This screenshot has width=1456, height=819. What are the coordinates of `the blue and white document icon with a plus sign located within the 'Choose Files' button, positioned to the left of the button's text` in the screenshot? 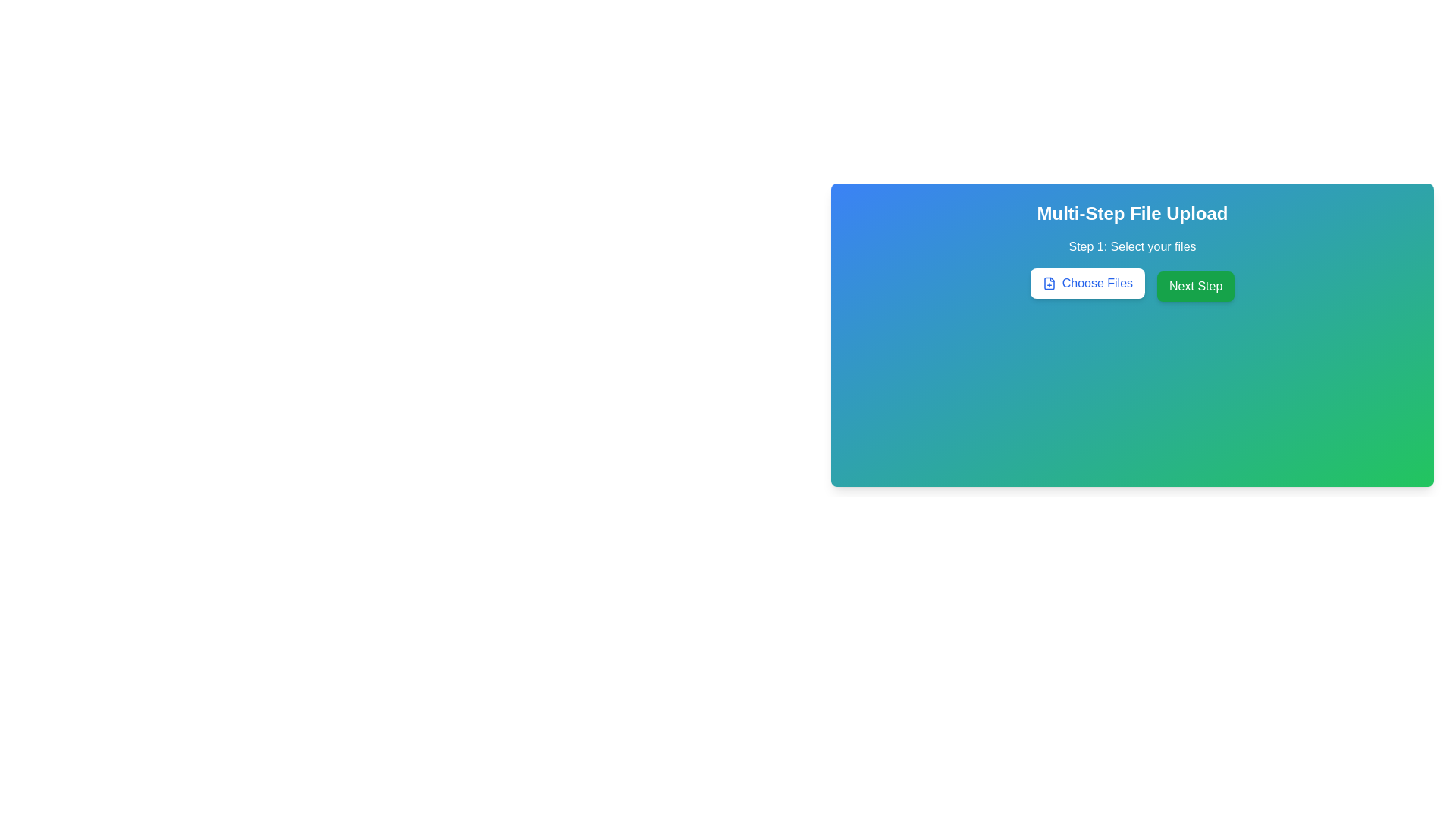 It's located at (1048, 284).